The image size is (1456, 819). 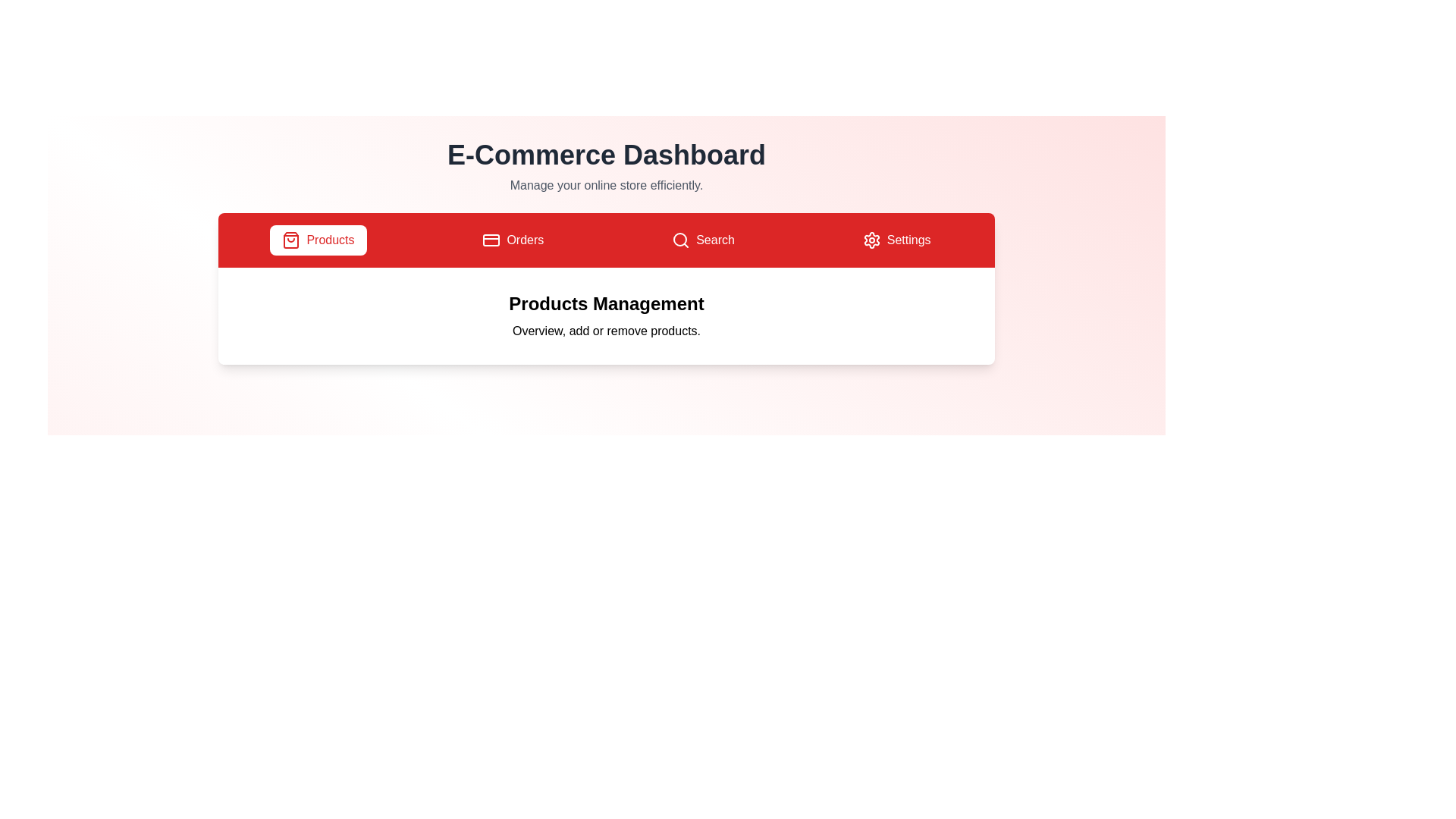 What do you see at coordinates (680, 239) in the screenshot?
I see `the magnifying glass icon within the search button in the navigation bar` at bounding box center [680, 239].